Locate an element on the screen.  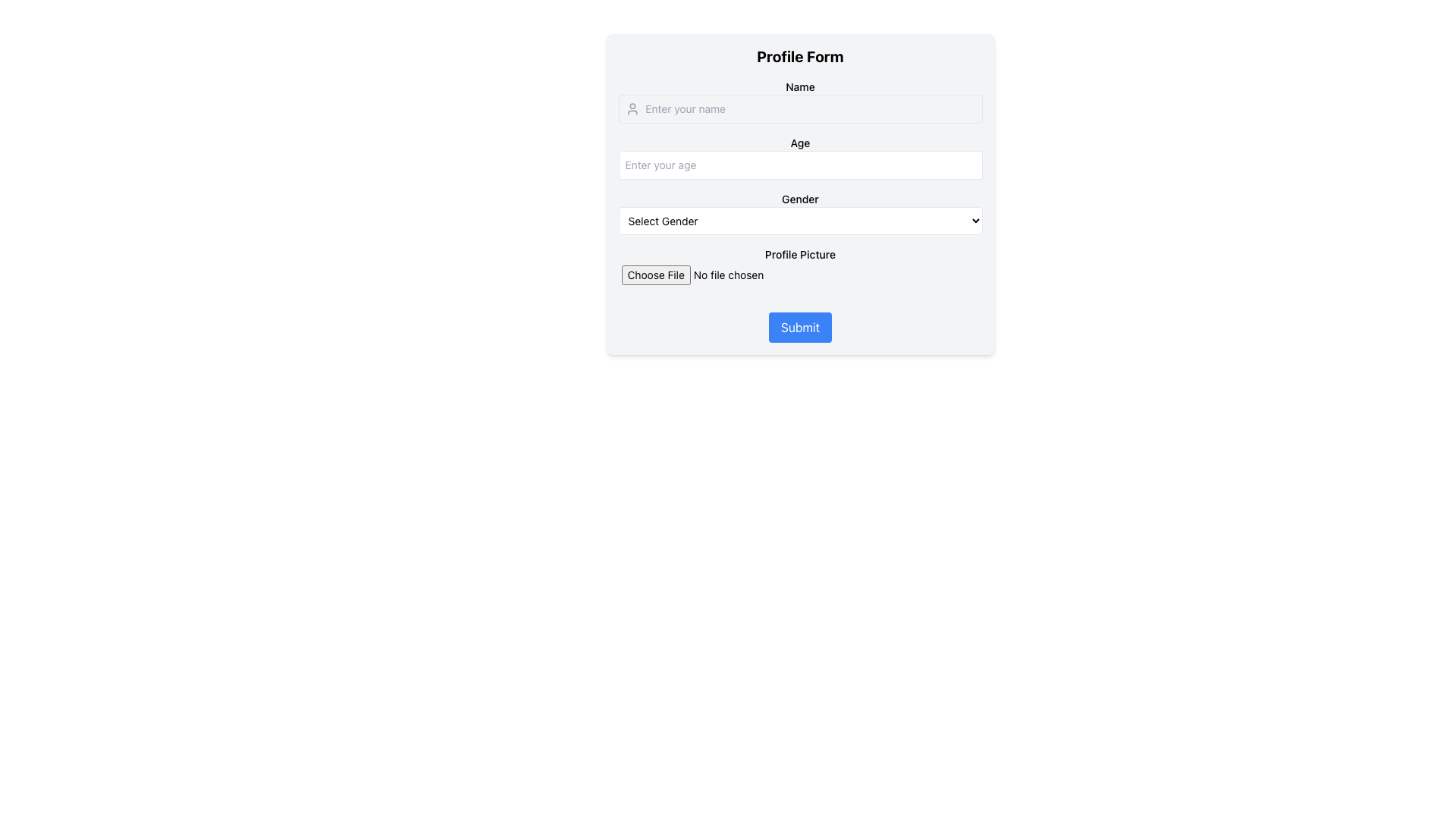
the gender selection dropdown menu is located at coordinates (799, 213).